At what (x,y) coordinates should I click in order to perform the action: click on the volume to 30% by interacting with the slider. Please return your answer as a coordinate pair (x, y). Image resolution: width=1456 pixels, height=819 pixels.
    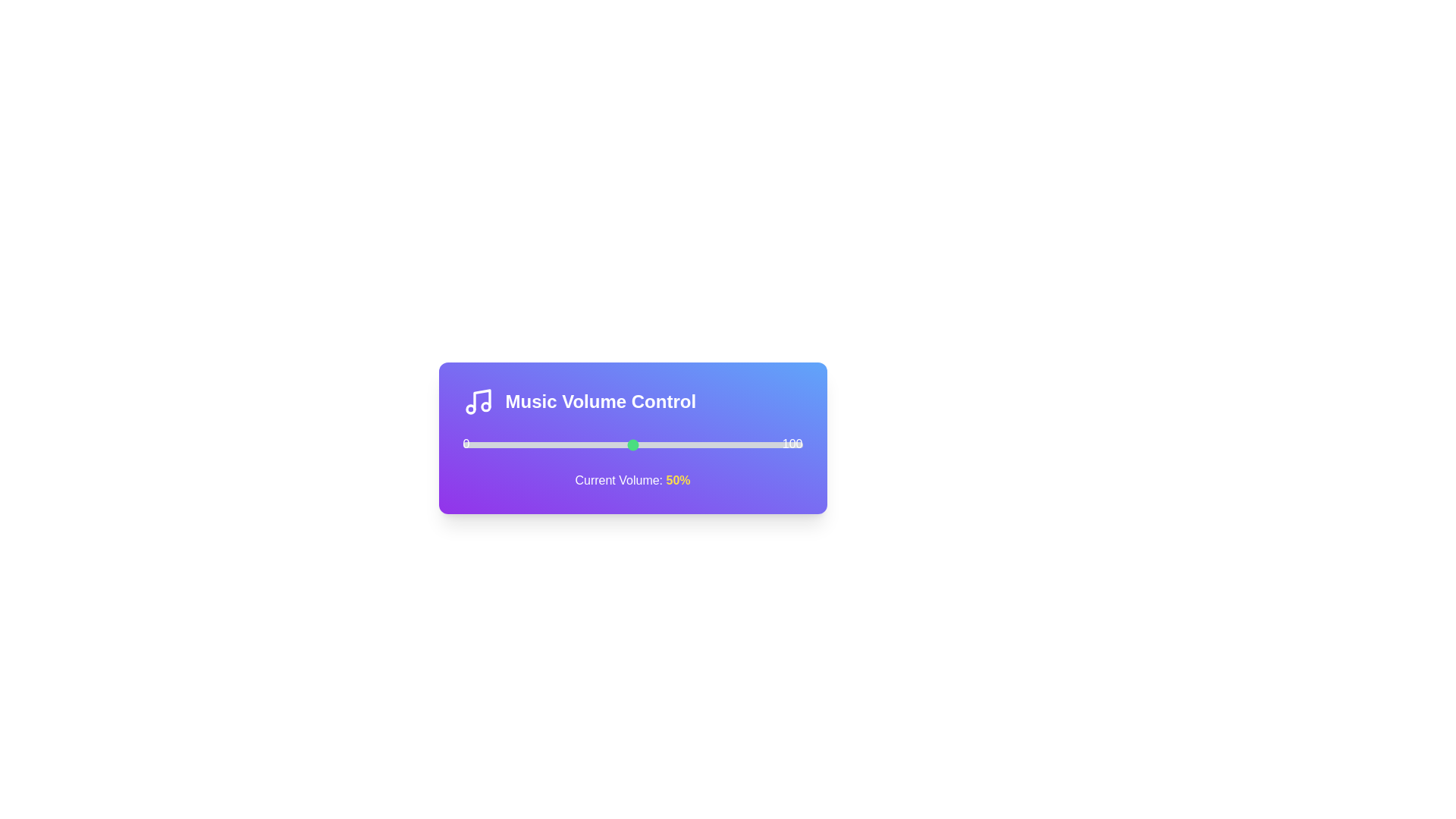
    Looking at the image, I should click on (563, 444).